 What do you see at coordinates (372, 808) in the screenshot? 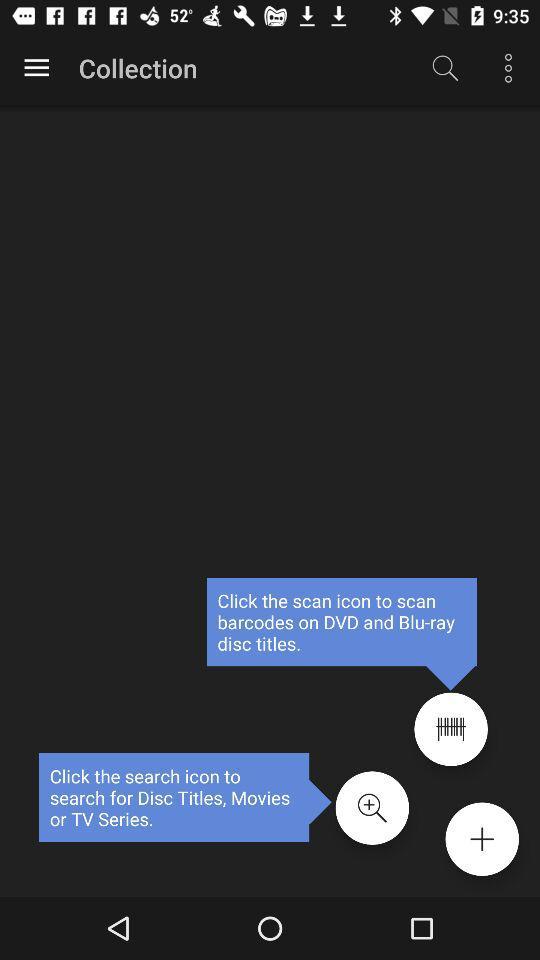
I see `search` at bounding box center [372, 808].